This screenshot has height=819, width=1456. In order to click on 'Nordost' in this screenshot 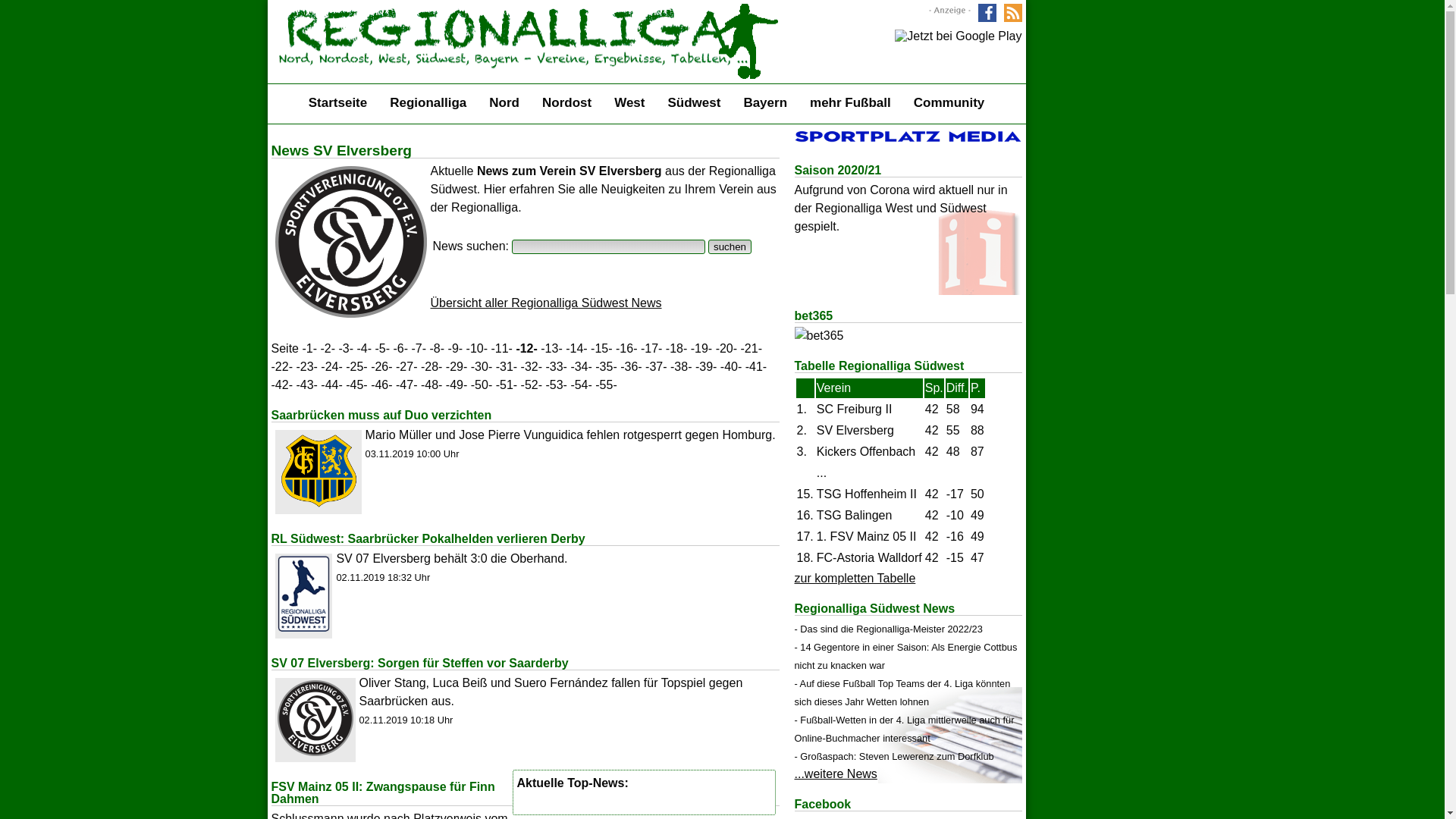, I will do `click(566, 102)`.